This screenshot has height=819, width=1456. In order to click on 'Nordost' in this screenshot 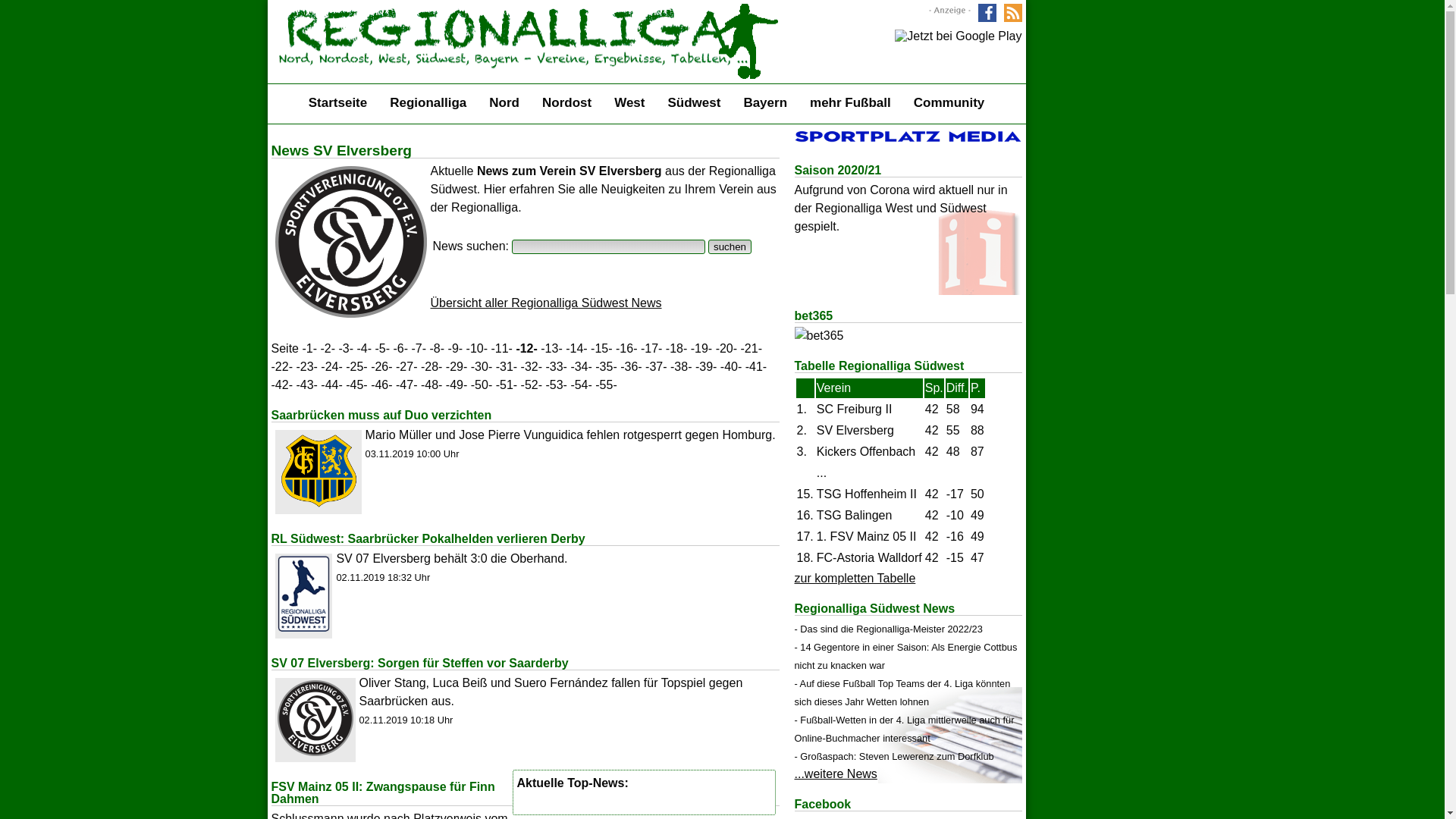, I will do `click(566, 102)`.